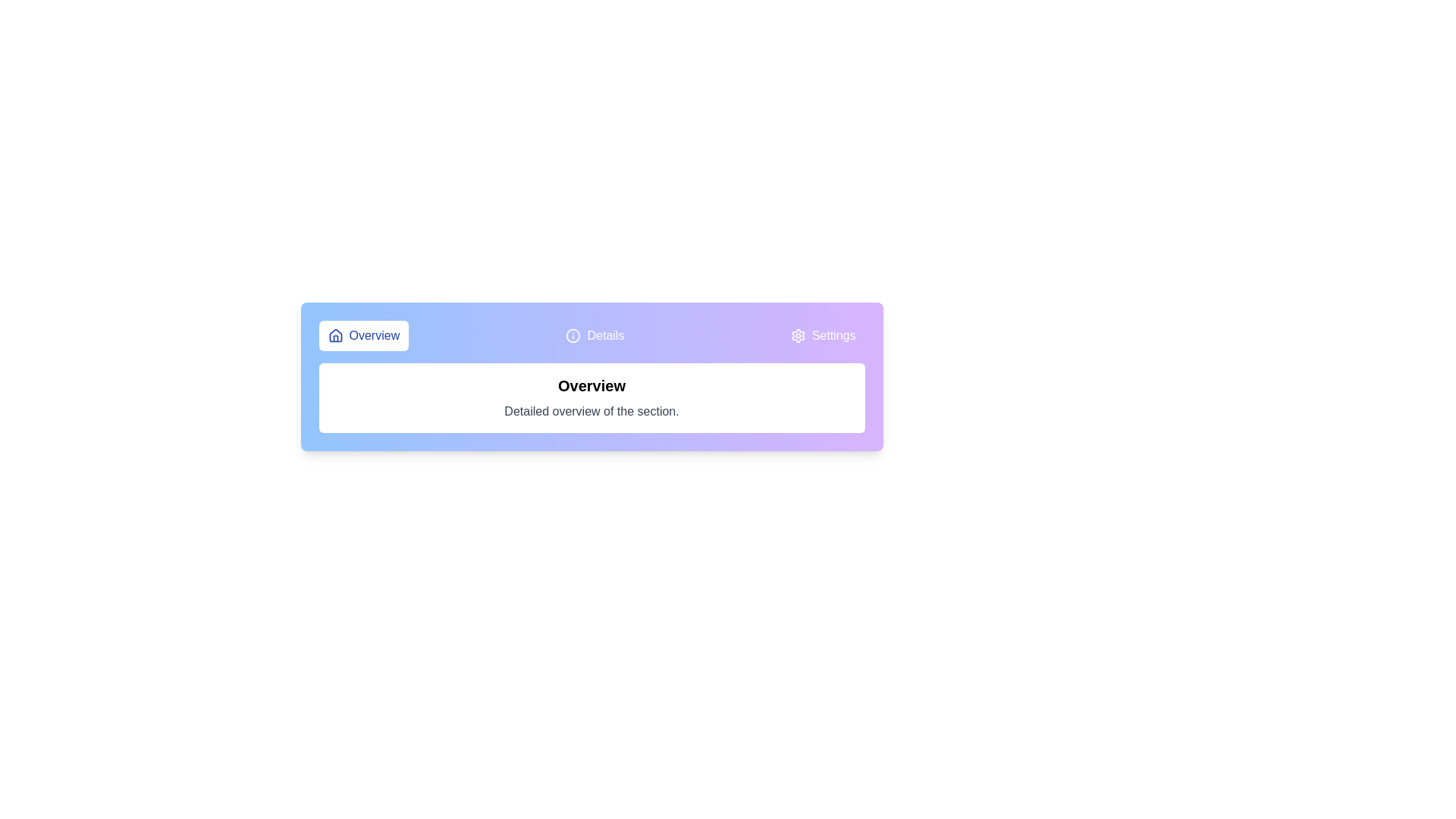  I want to click on the Informational card with a gradient background transitioning from blue to purple, which contains sections labeled 'Overview', 'Details', and 'Settings', and displays the title 'Overview' in bold, so click(591, 376).